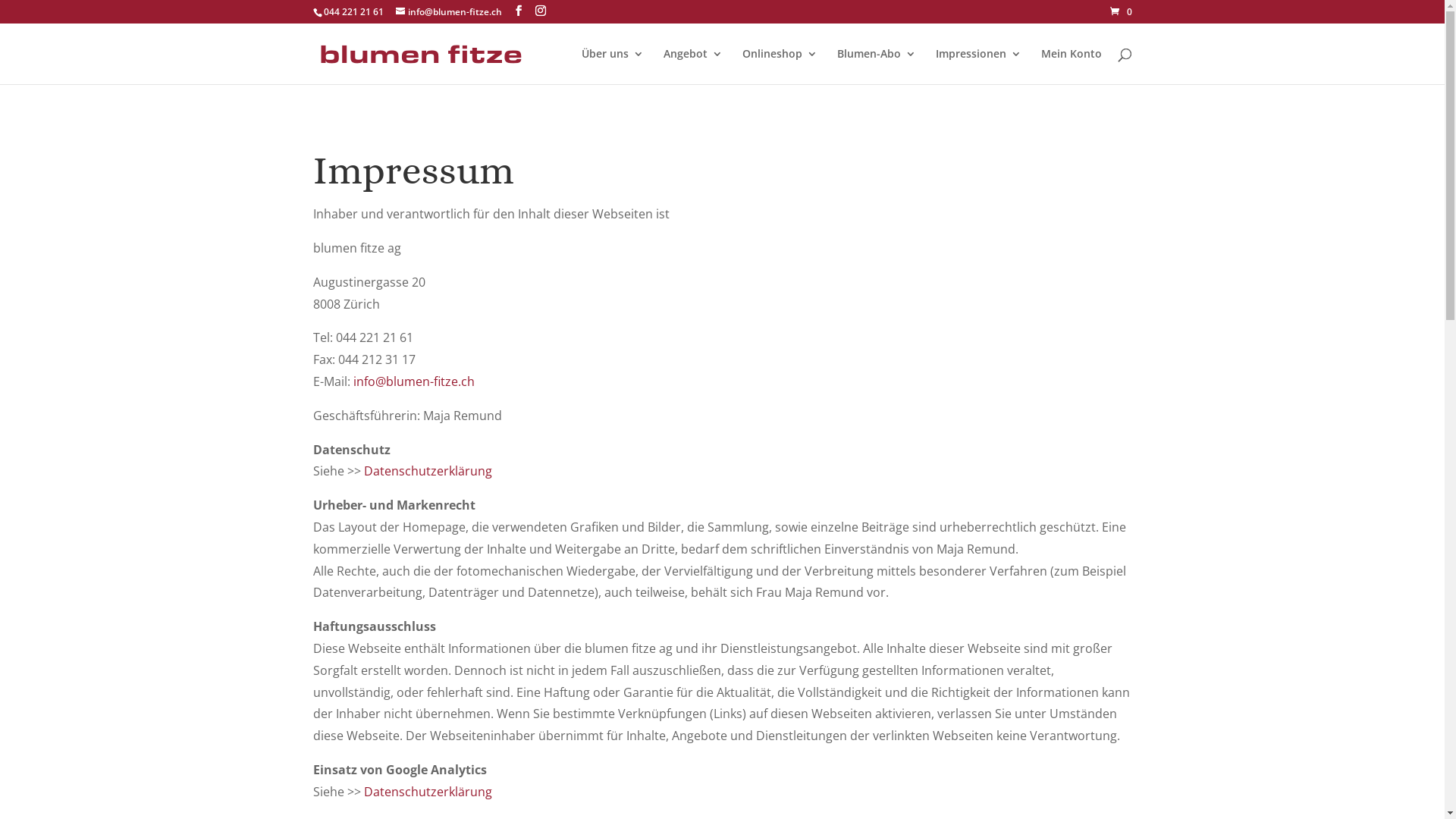  What do you see at coordinates (877, 65) in the screenshot?
I see `'Blumen-Abo'` at bounding box center [877, 65].